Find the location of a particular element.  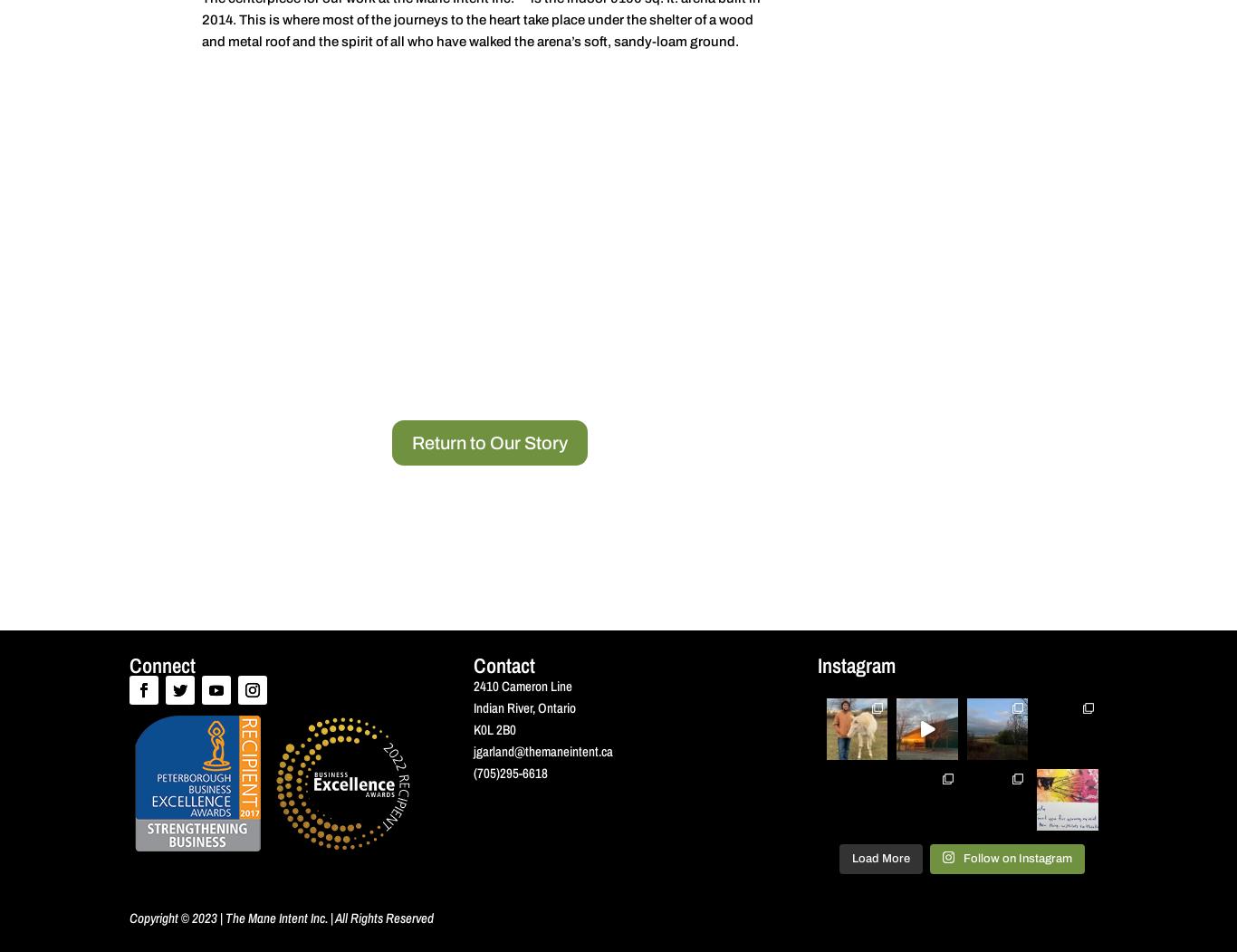

'Copyright © 2023 | The Mane Intent Inc. | All Rights Reserved' is located at coordinates (282, 917).